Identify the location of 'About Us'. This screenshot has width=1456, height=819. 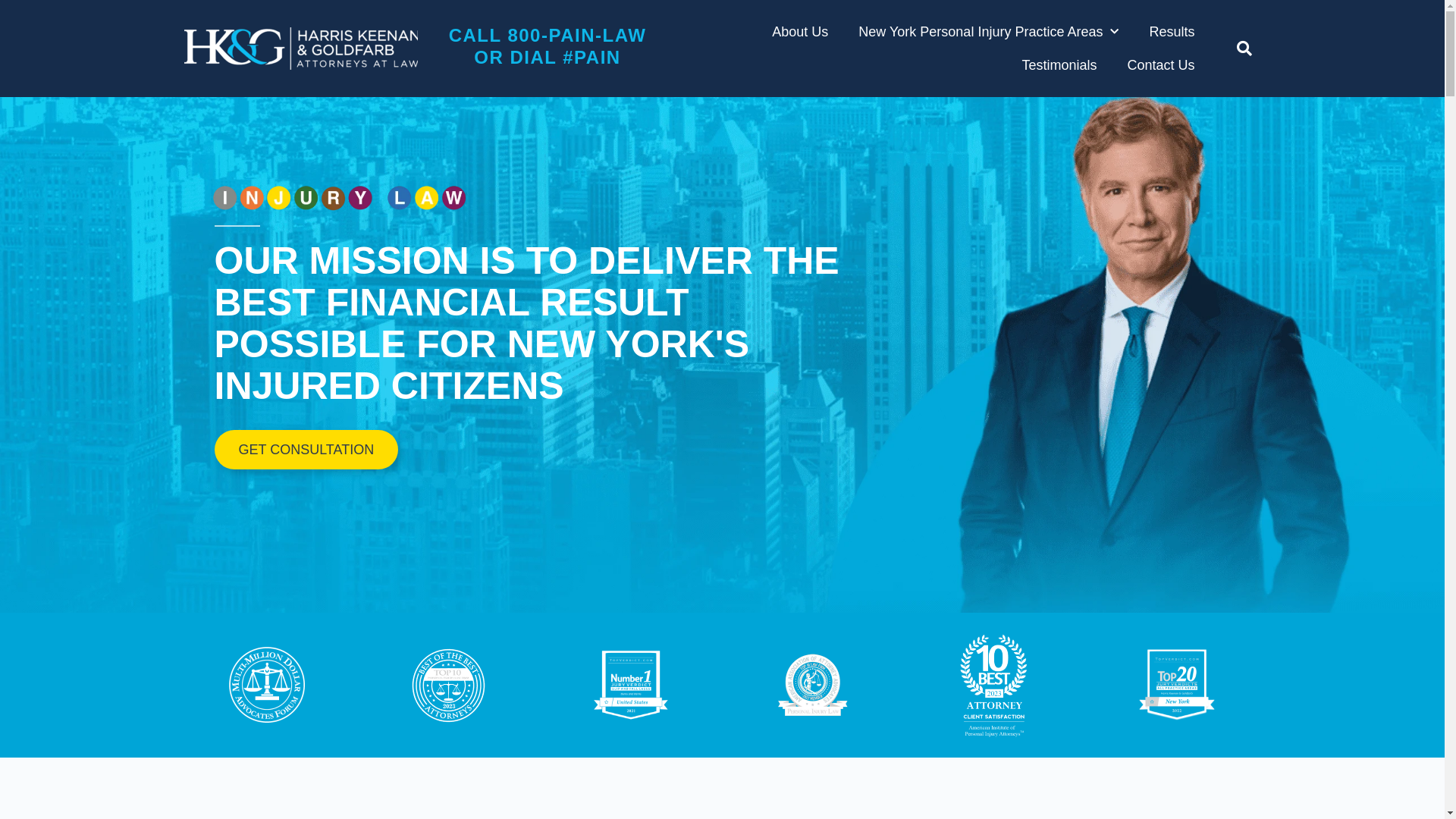
(799, 32).